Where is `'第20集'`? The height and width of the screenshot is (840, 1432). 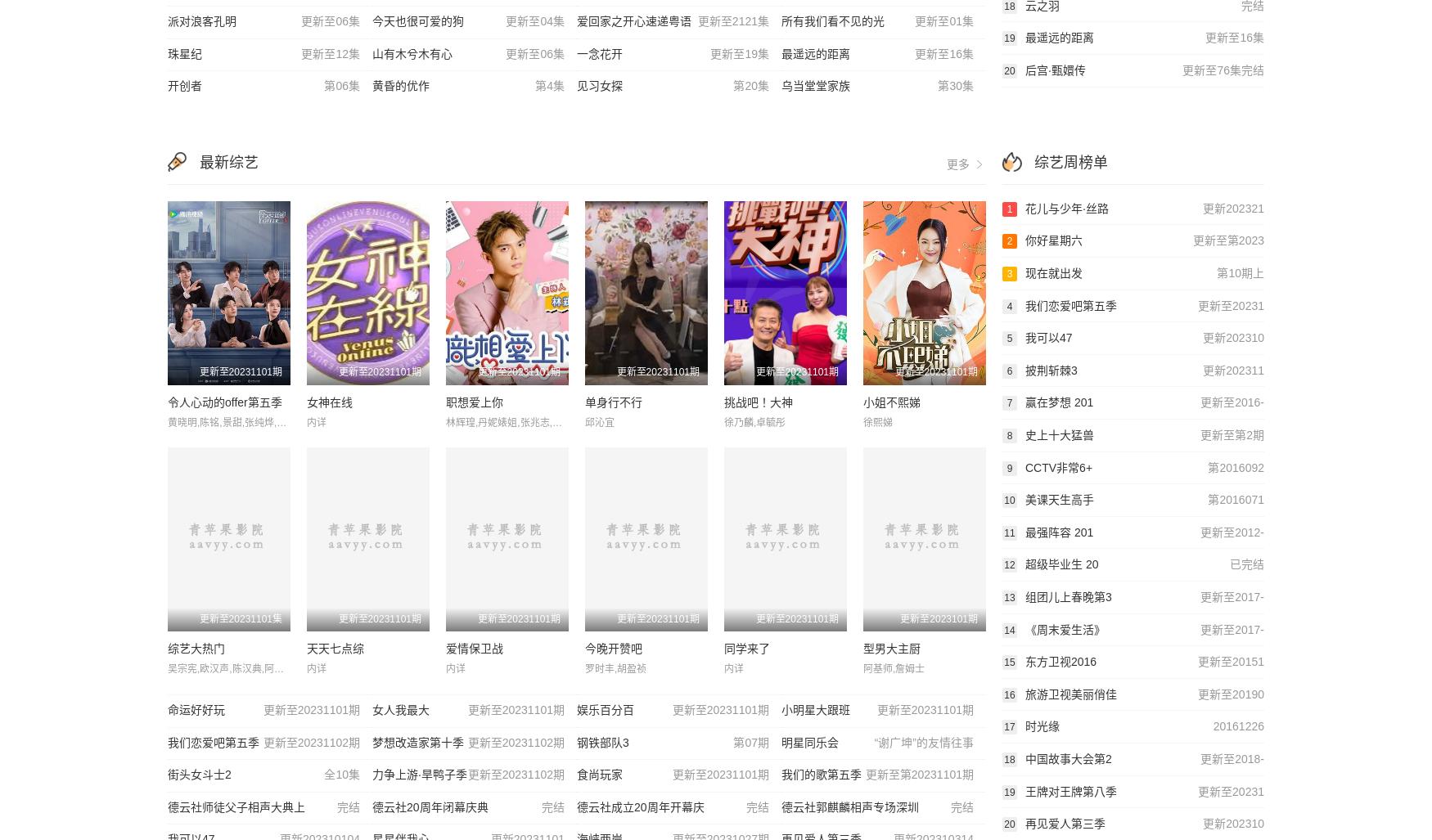 '第20集' is located at coordinates (750, 84).